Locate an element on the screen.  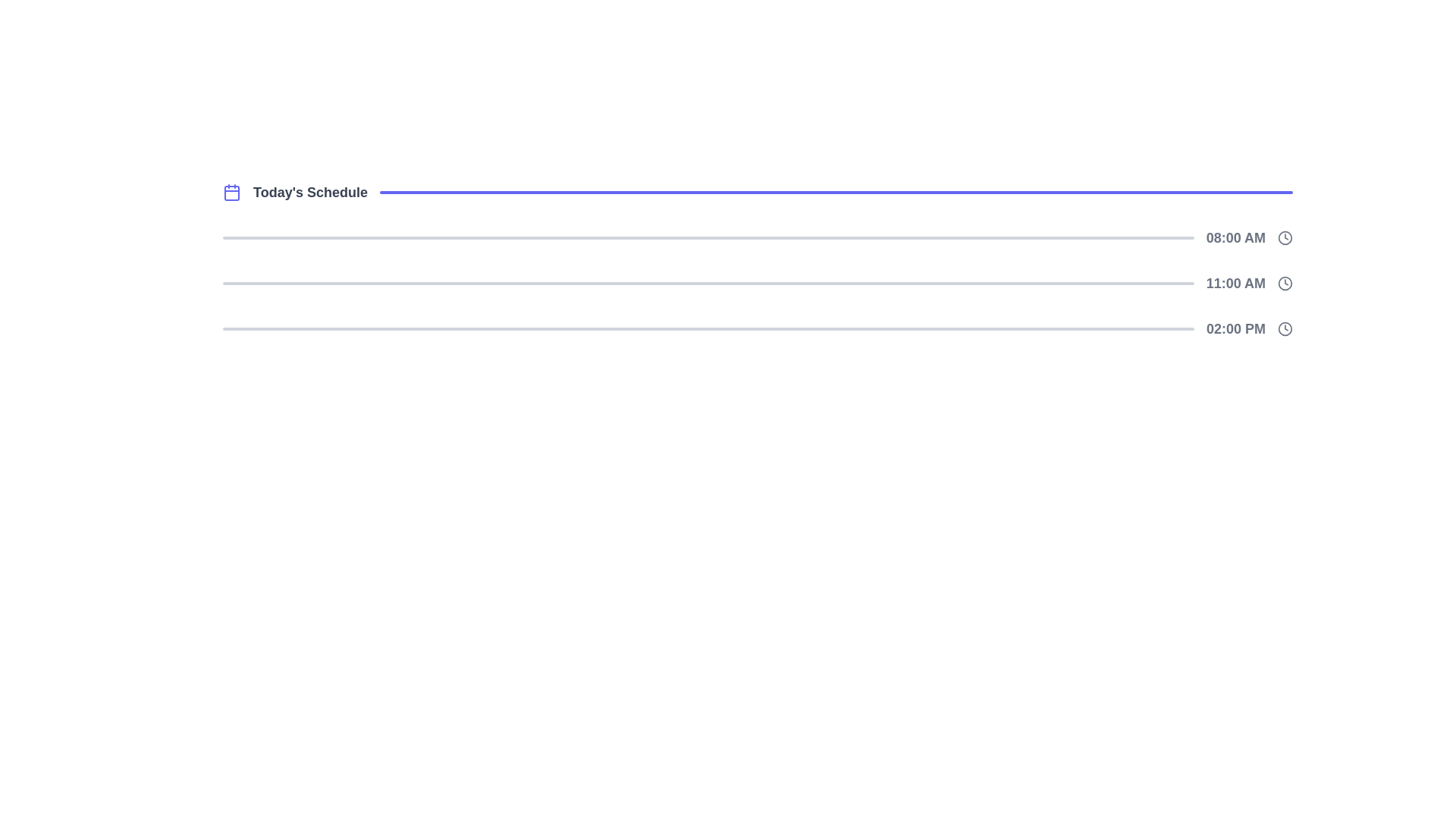
time information from the second schedule time slot element located between '08:00 AM' and '02:00 PM' is located at coordinates (758, 284).